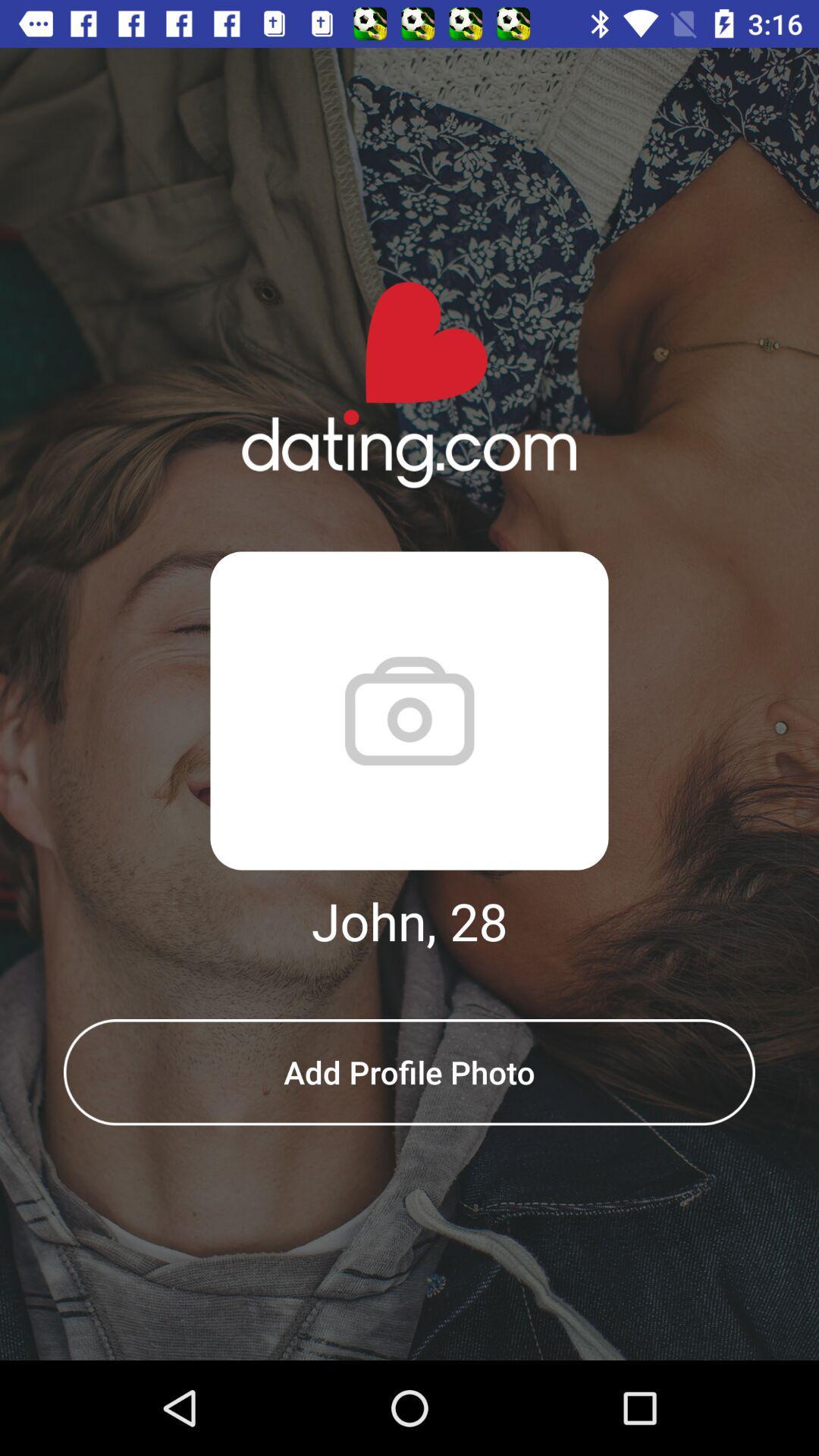 This screenshot has height=1456, width=819. Describe the element at coordinates (409, 1072) in the screenshot. I see `the item below the john, 28 item` at that location.